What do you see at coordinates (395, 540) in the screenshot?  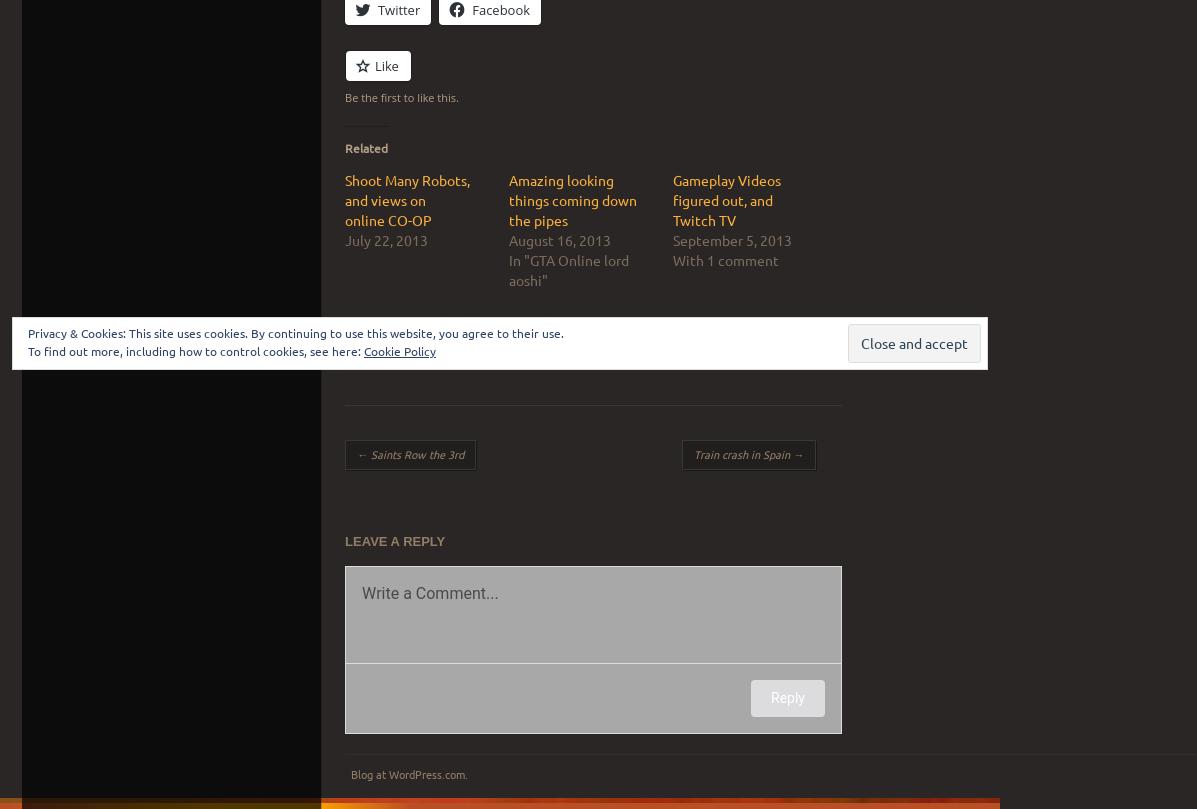 I see `'Leave a Reply'` at bounding box center [395, 540].